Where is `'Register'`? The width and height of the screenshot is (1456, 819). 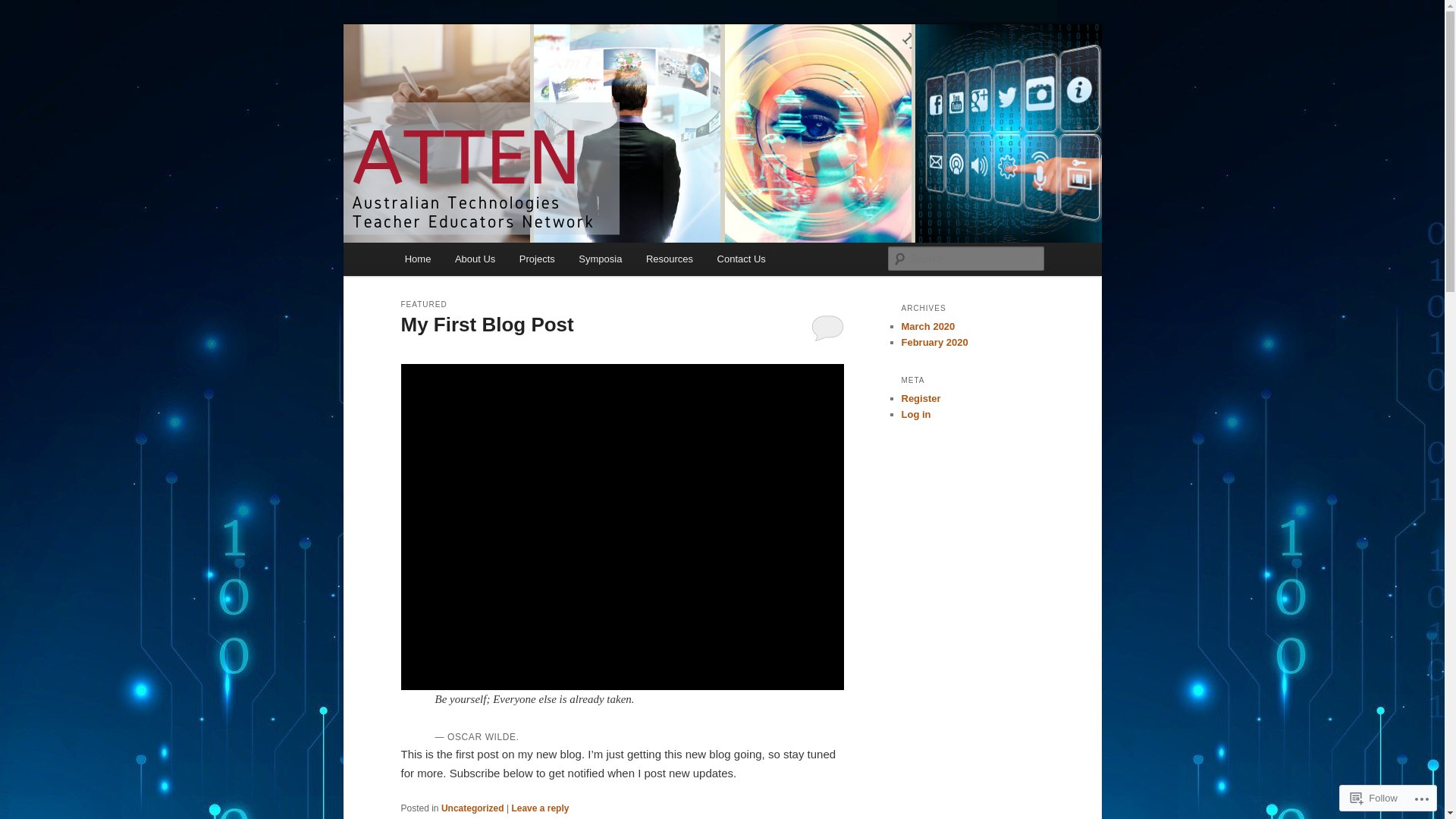
'Register' is located at coordinates (920, 397).